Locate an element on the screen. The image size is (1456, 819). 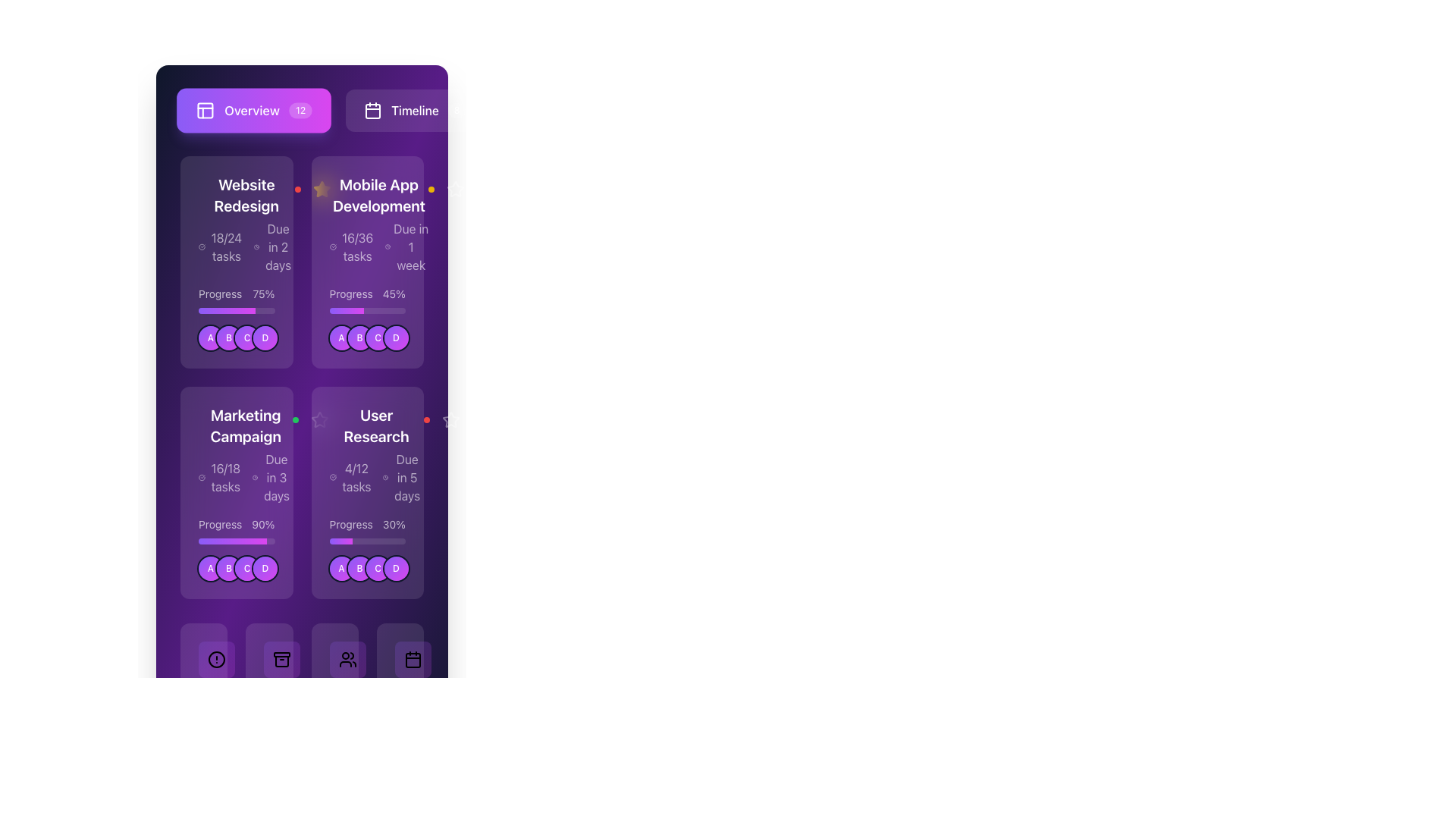
the second button from the left in the bottom navigation bar, which has a gradient background from violet to fuchsia and features an archive box icon is located at coordinates (282, 659).